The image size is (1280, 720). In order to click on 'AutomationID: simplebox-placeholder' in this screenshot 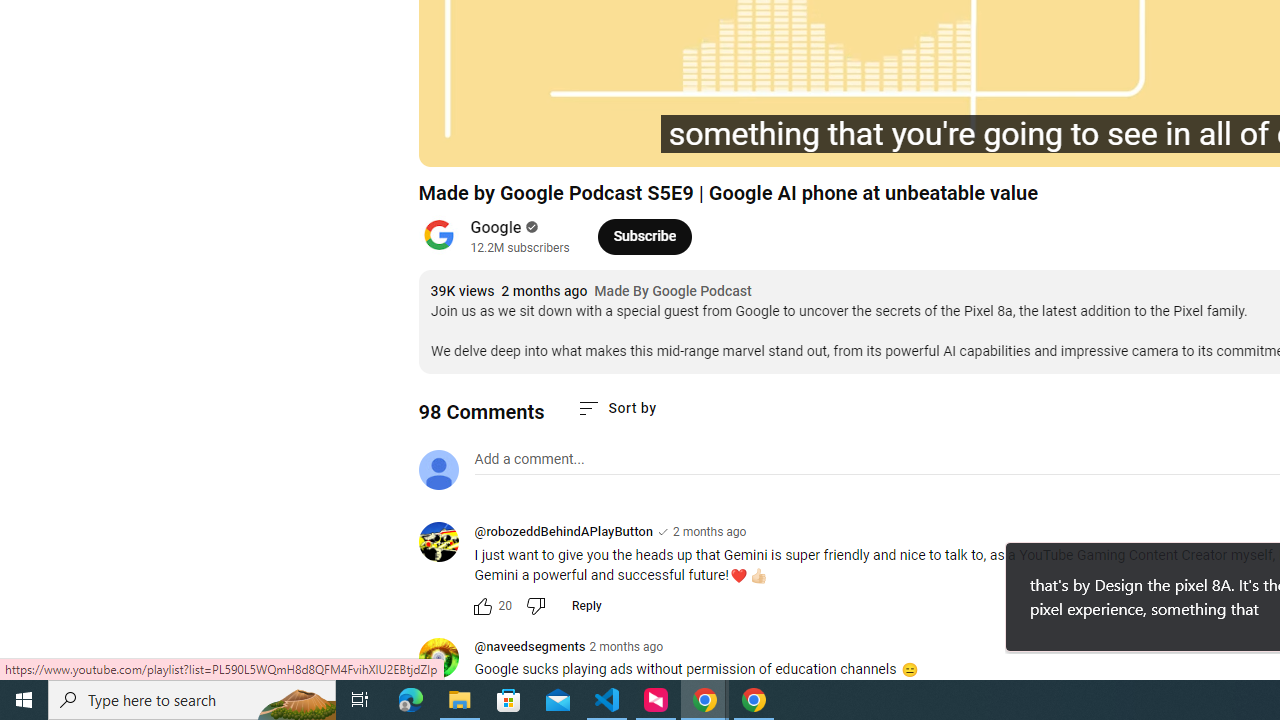, I will do `click(529, 459)`.